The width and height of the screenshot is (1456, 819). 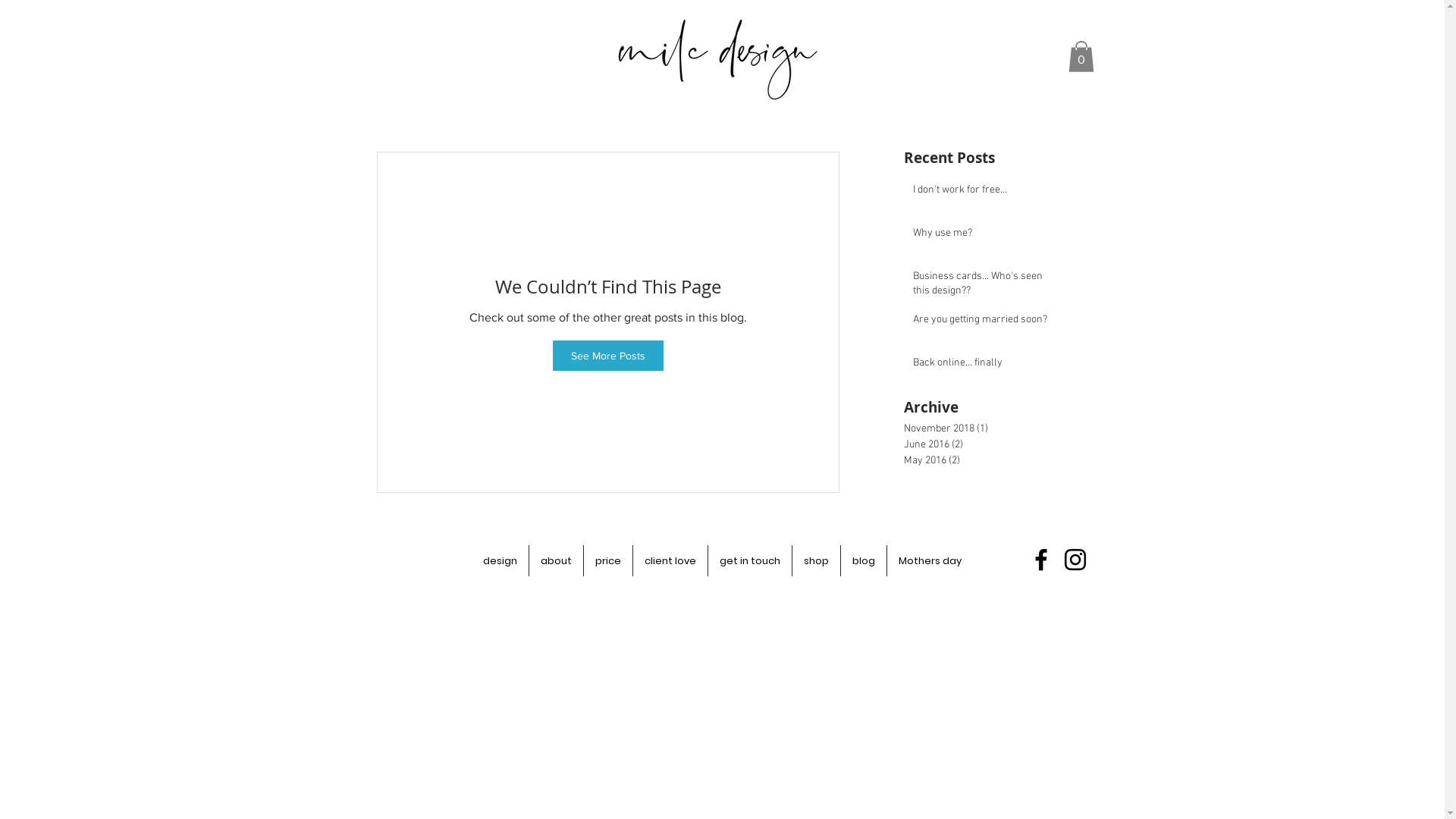 I want to click on 'November 2018 (1)', so click(x=983, y=428).